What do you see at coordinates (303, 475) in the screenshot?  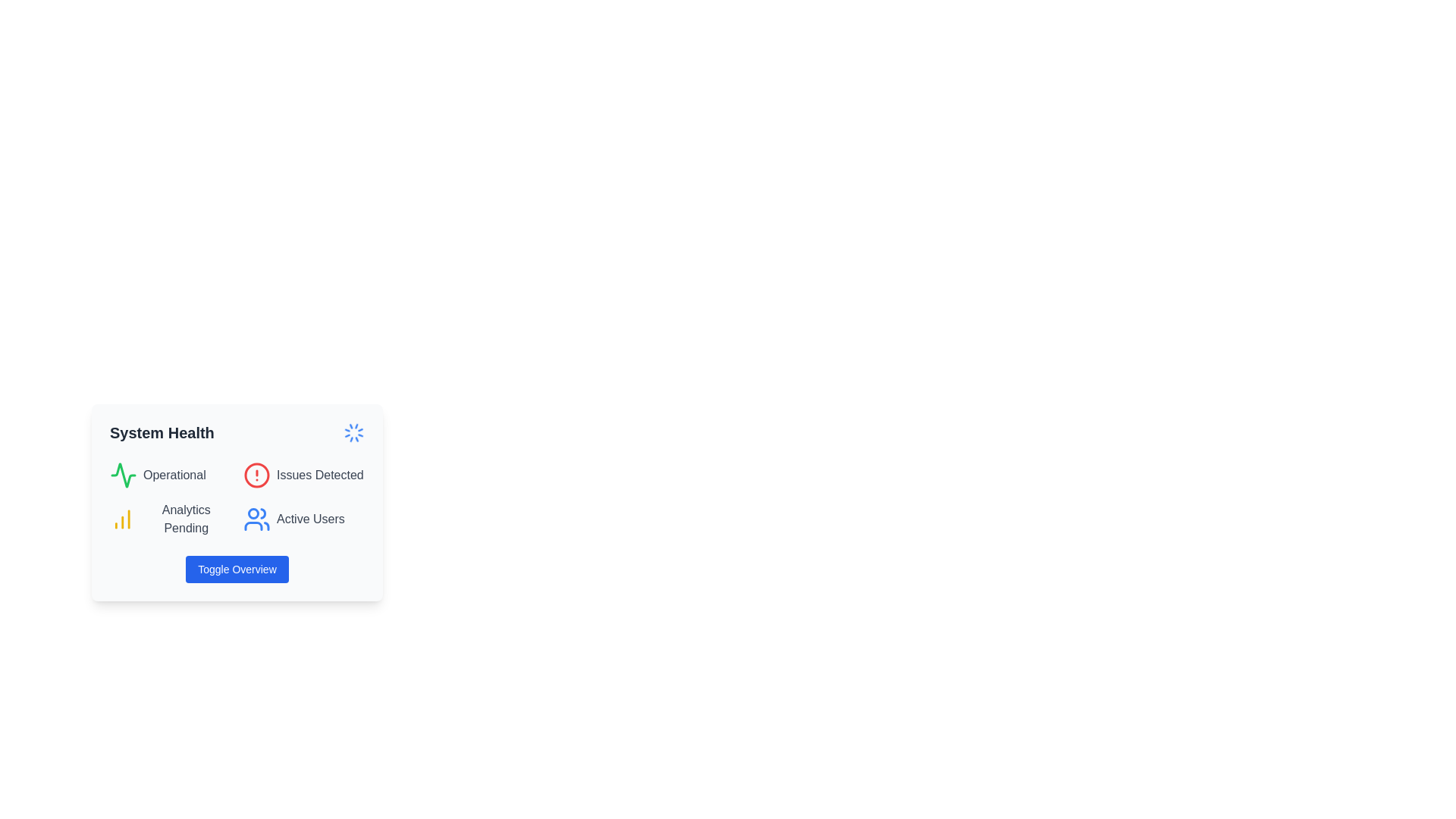 I see `the label with a red circular icon and the text 'Issues Detected', which is located in the second row under 'System Health'` at bounding box center [303, 475].